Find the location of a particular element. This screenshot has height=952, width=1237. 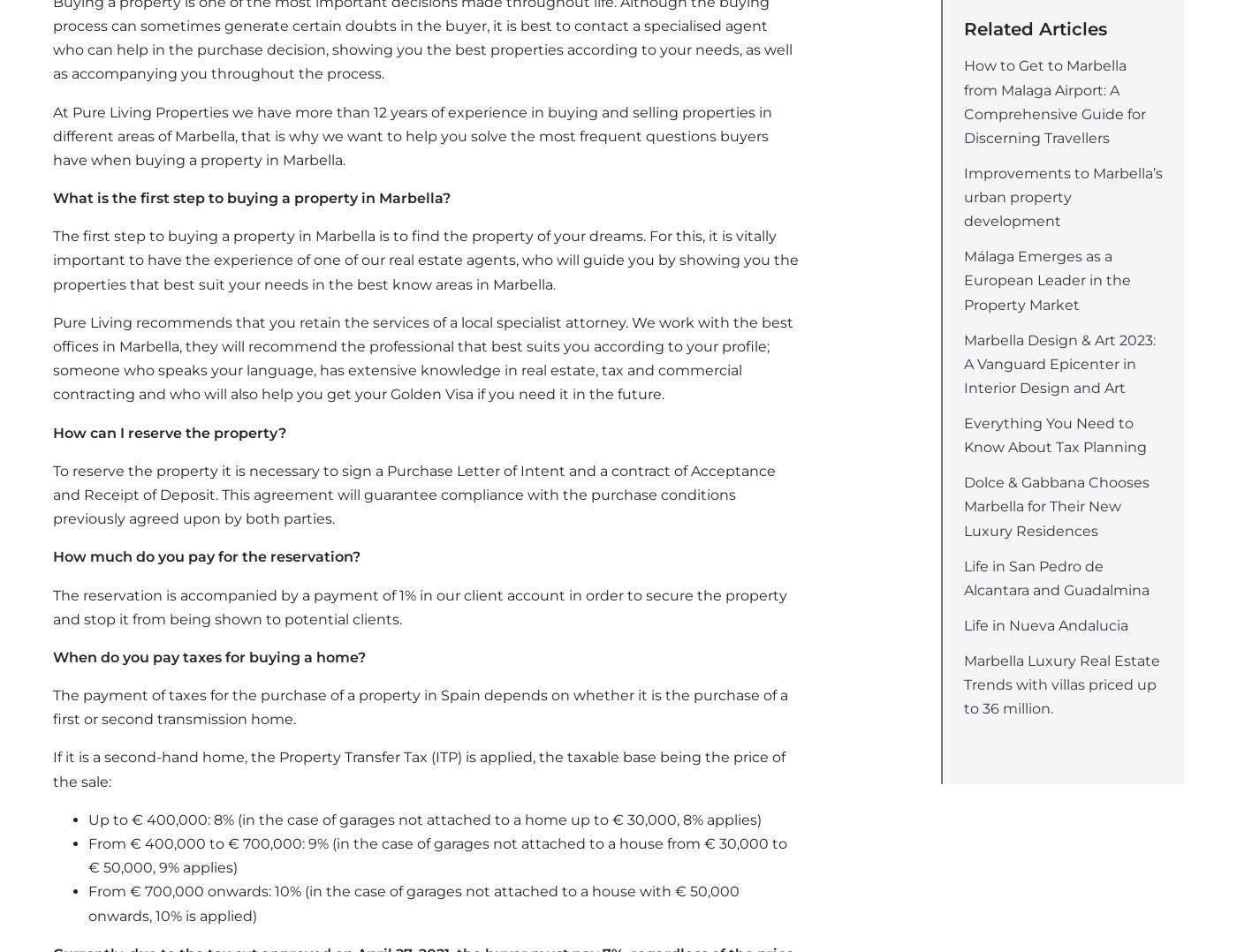

'Everything You Need to Know About Tax Planning' is located at coordinates (1055, 434).